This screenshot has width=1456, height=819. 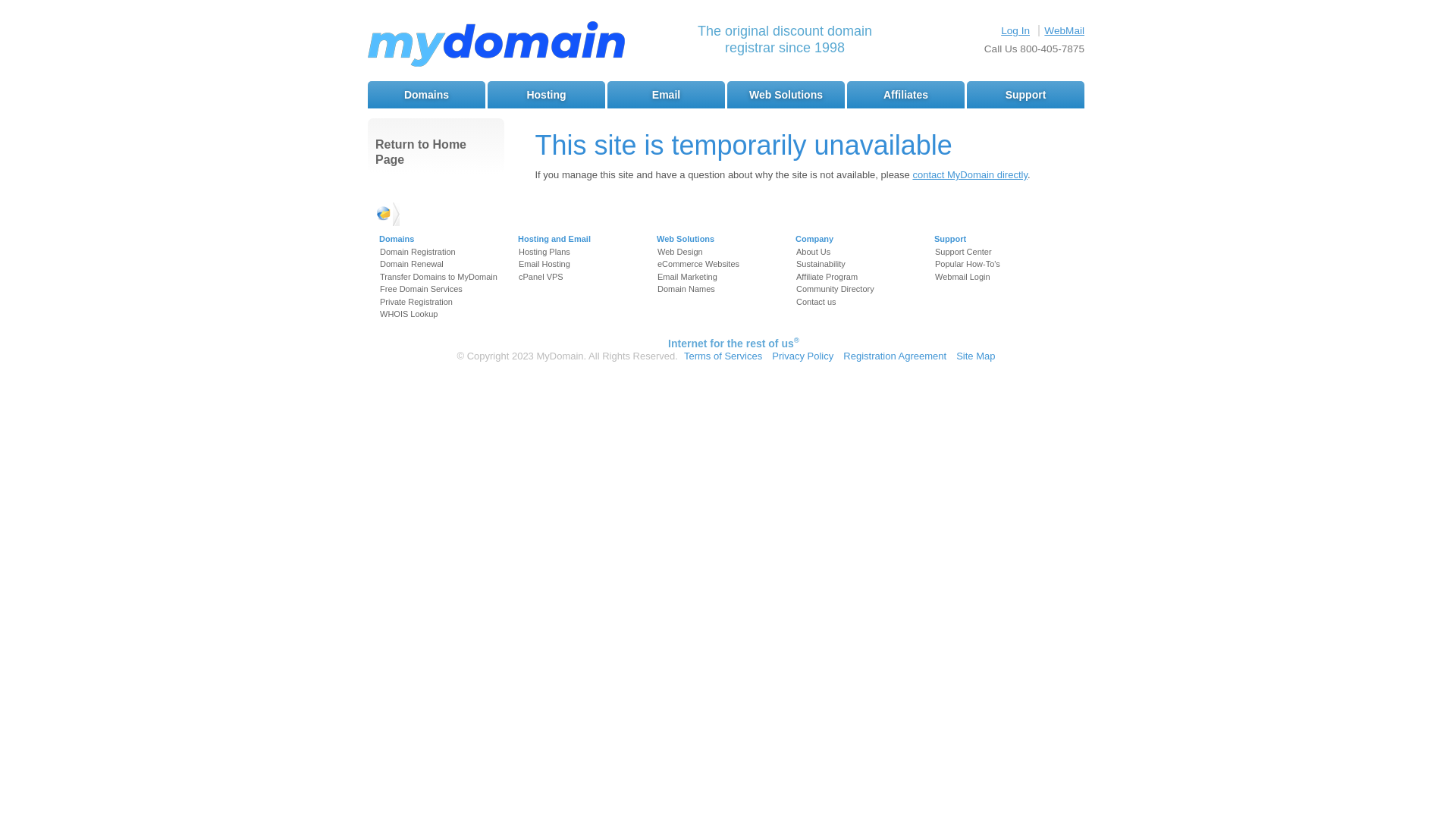 What do you see at coordinates (683, 356) in the screenshot?
I see `'Terms of Services'` at bounding box center [683, 356].